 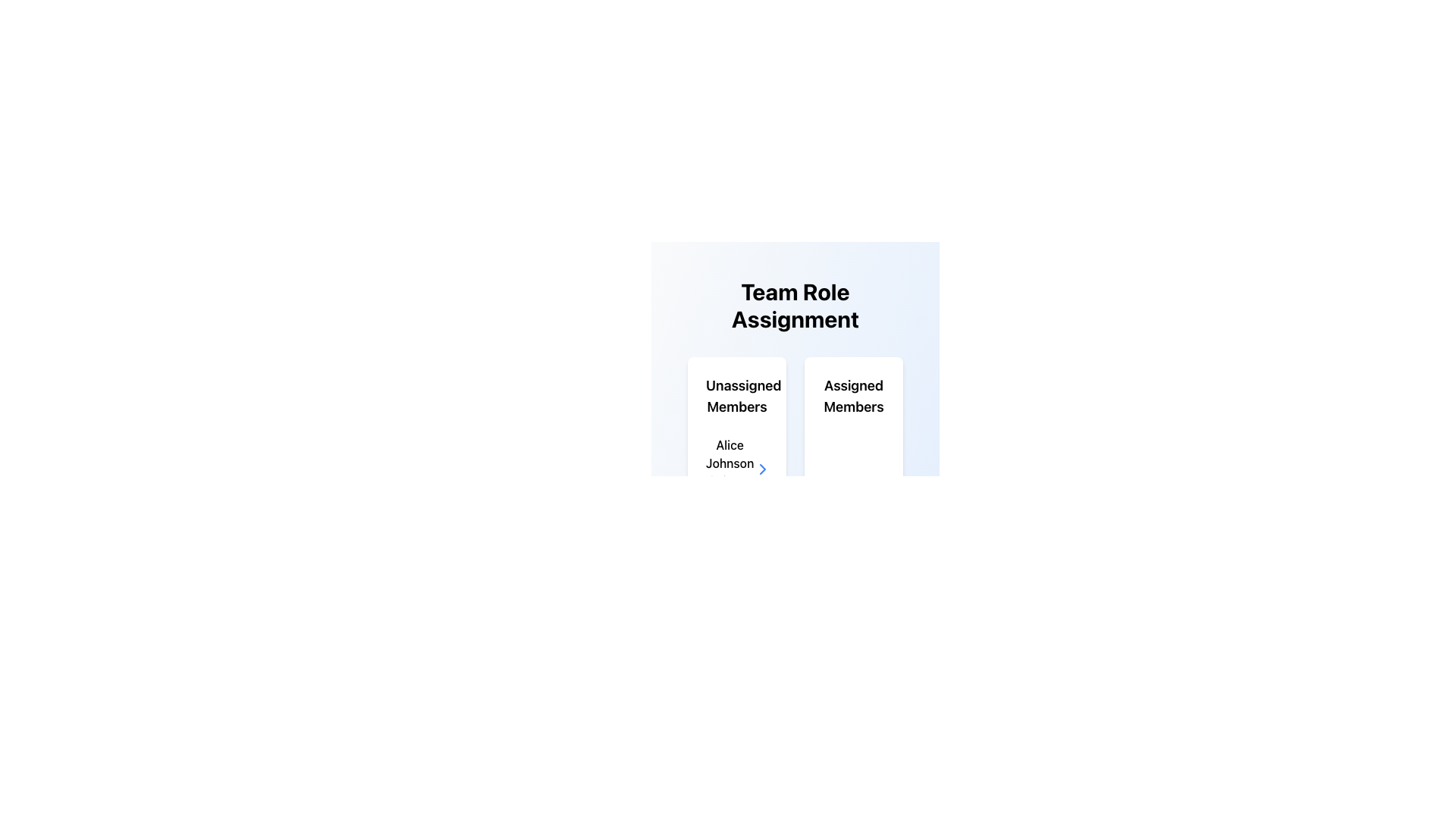 I want to click on the chevron icon located at the end of the line containing 'Alice Johnson Software Engineer', so click(x=763, y=468).